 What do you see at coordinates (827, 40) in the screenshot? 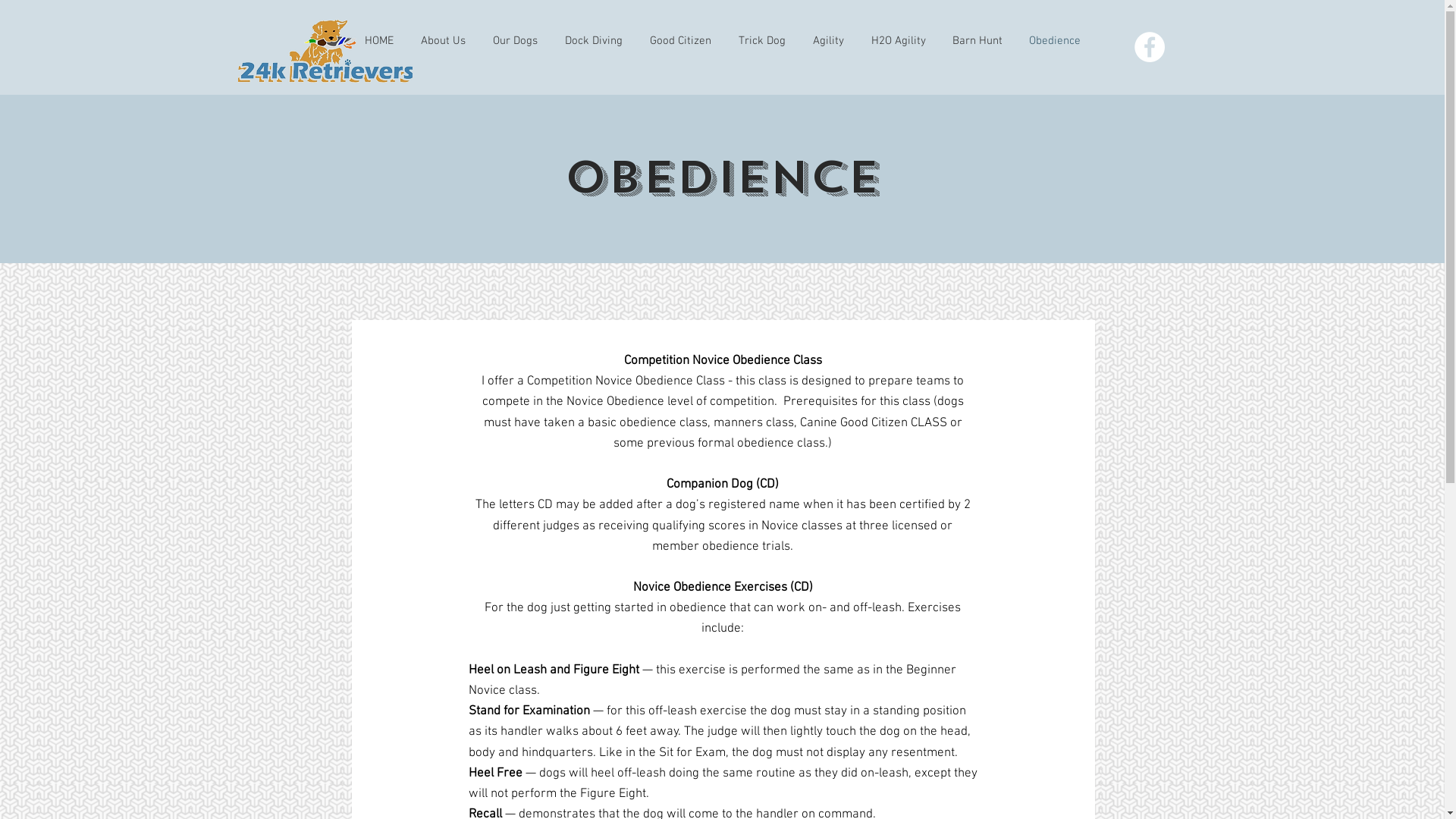
I see `'Agility'` at bounding box center [827, 40].